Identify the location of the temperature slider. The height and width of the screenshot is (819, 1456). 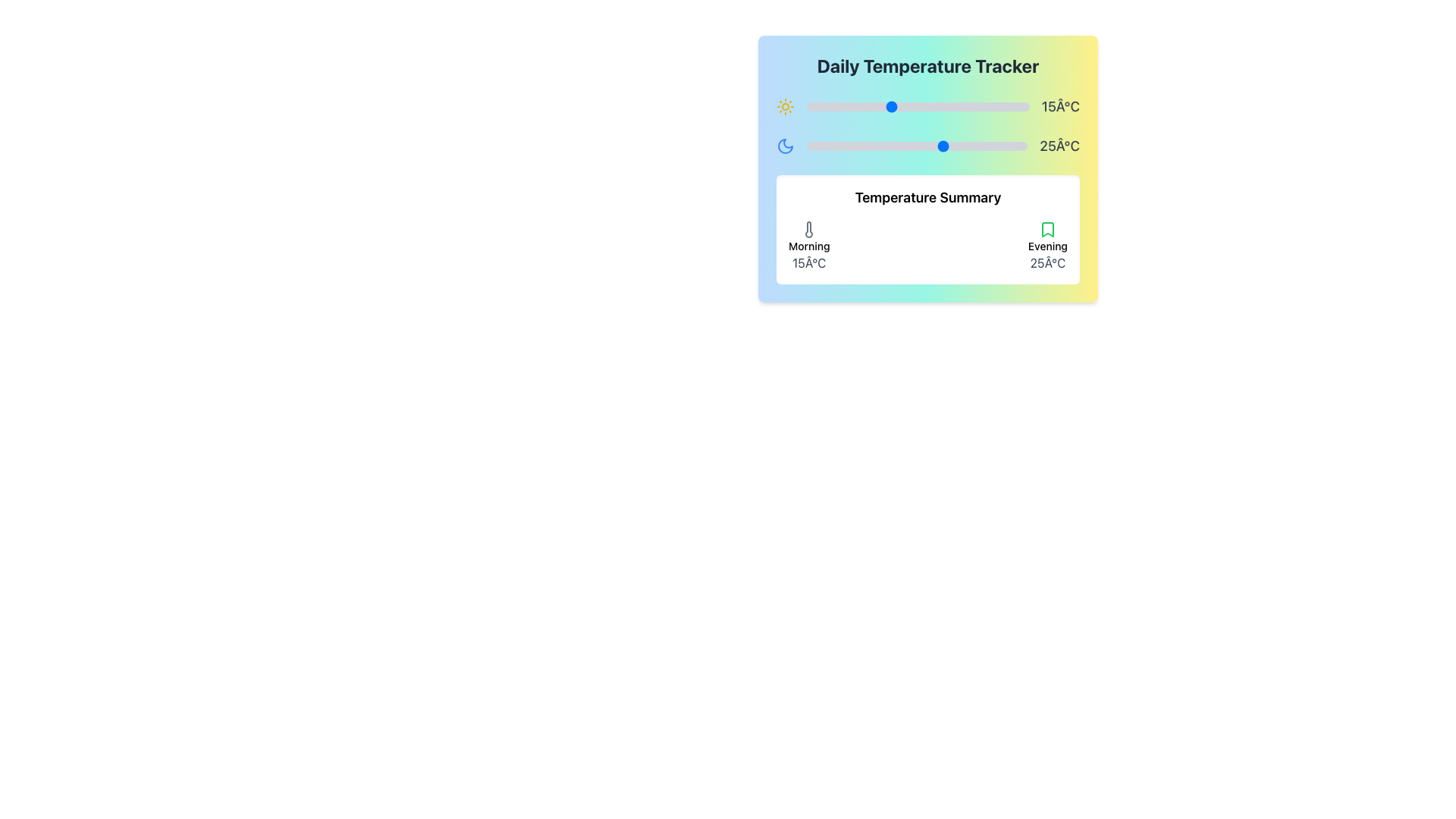
(862, 106).